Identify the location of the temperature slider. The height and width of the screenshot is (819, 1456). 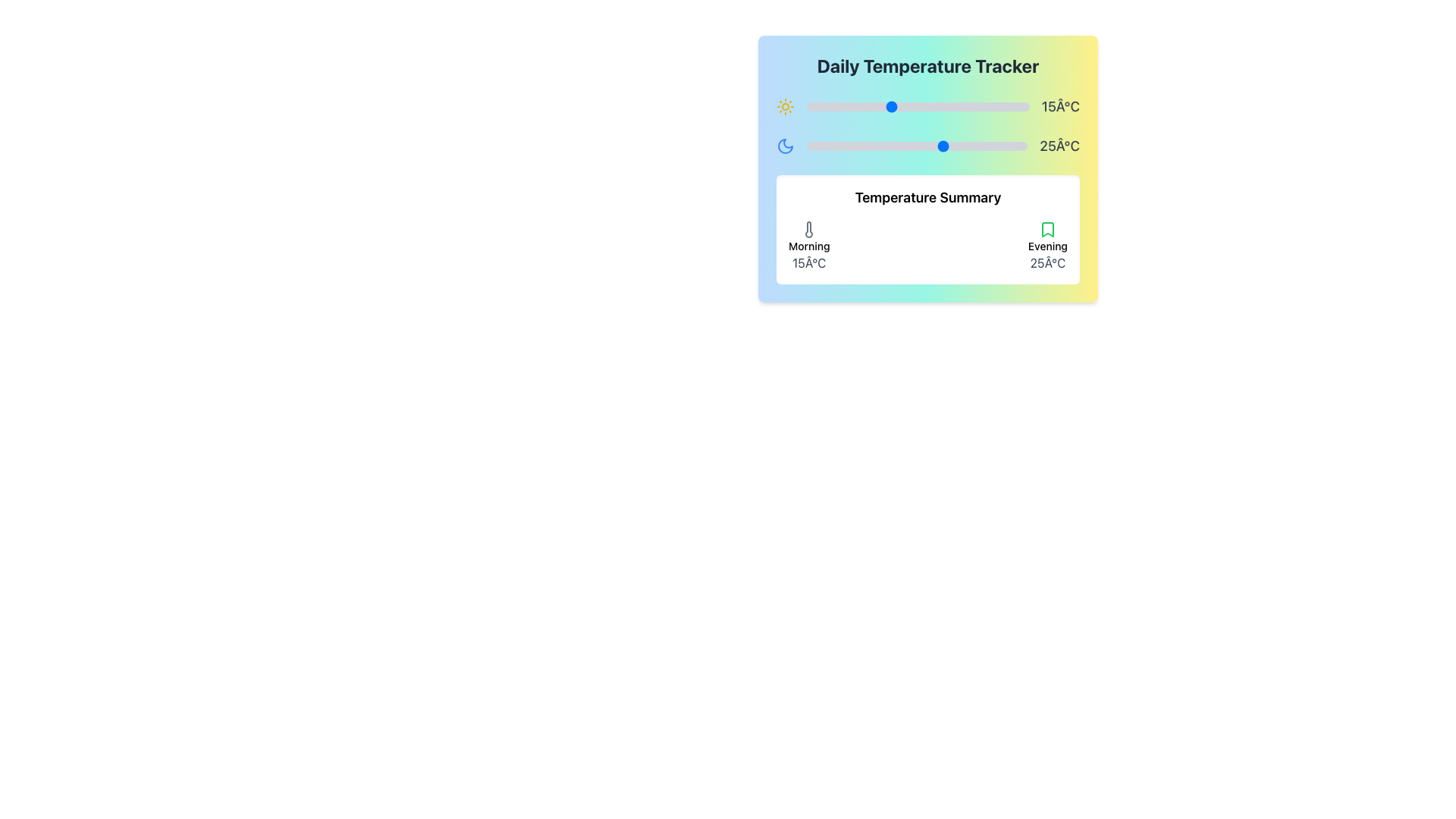
(862, 106).